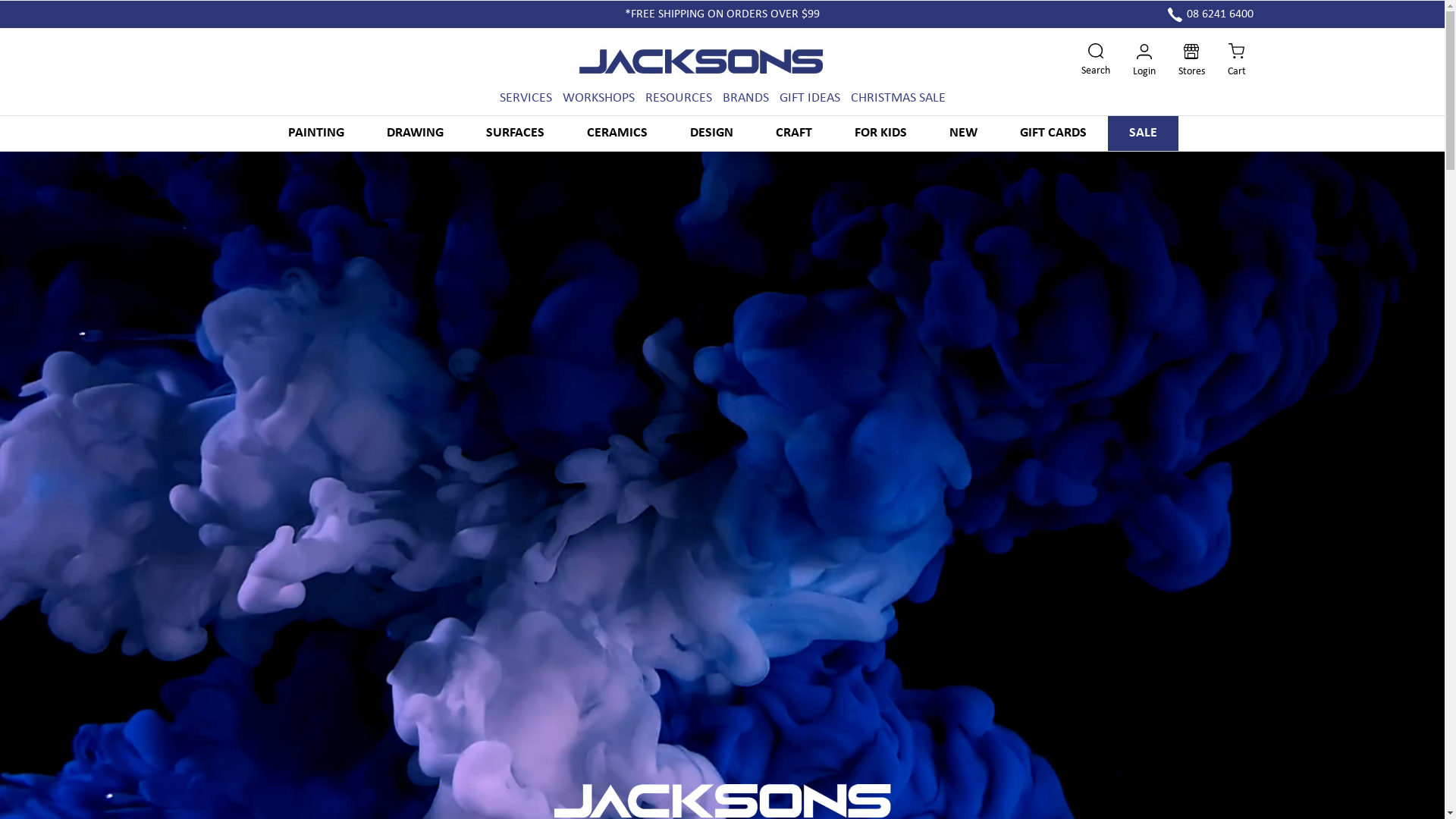 This screenshot has height=819, width=1456. Describe the element at coordinates (711, 133) in the screenshot. I see `'DESIGN'` at that location.